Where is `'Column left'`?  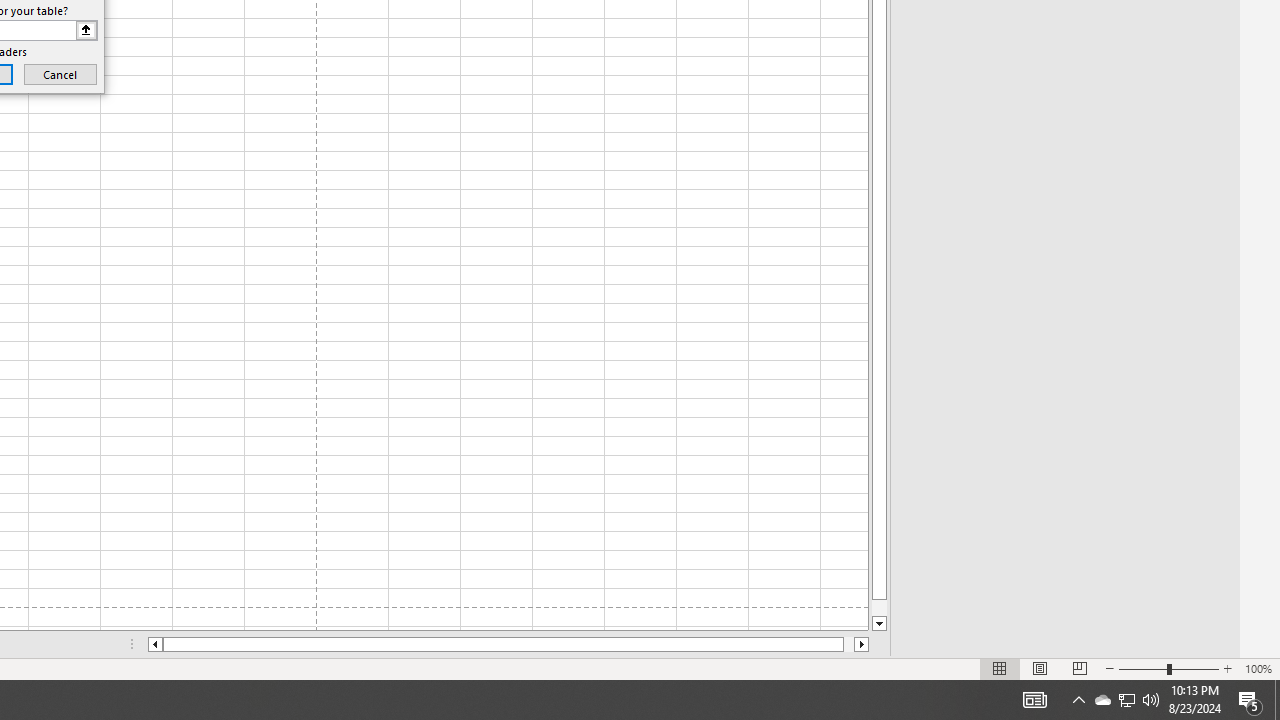
'Column left' is located at coordinates (153, 644).